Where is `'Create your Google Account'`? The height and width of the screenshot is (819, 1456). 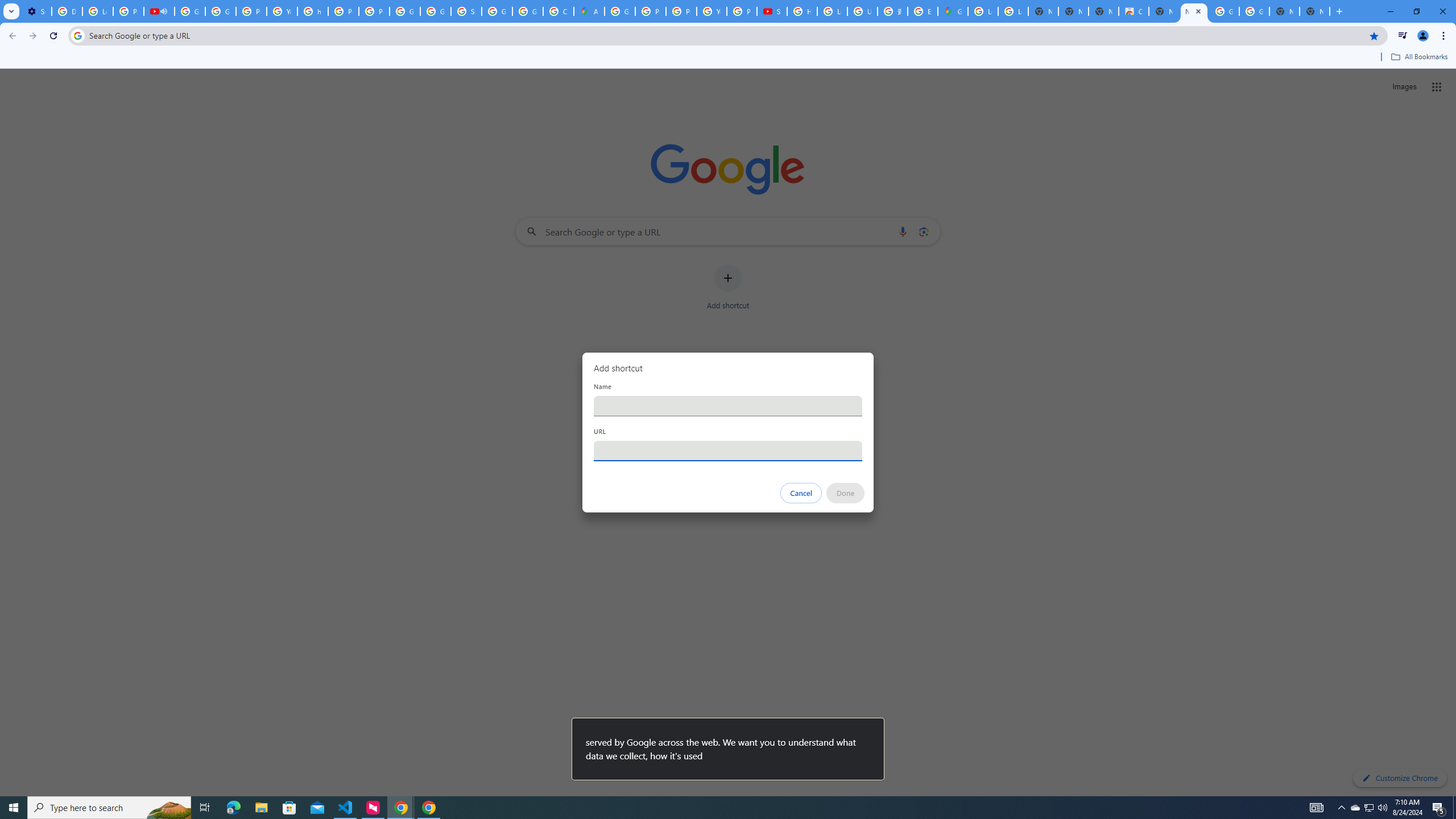 'Create your Google Account' is located at coordinates (559, 11).